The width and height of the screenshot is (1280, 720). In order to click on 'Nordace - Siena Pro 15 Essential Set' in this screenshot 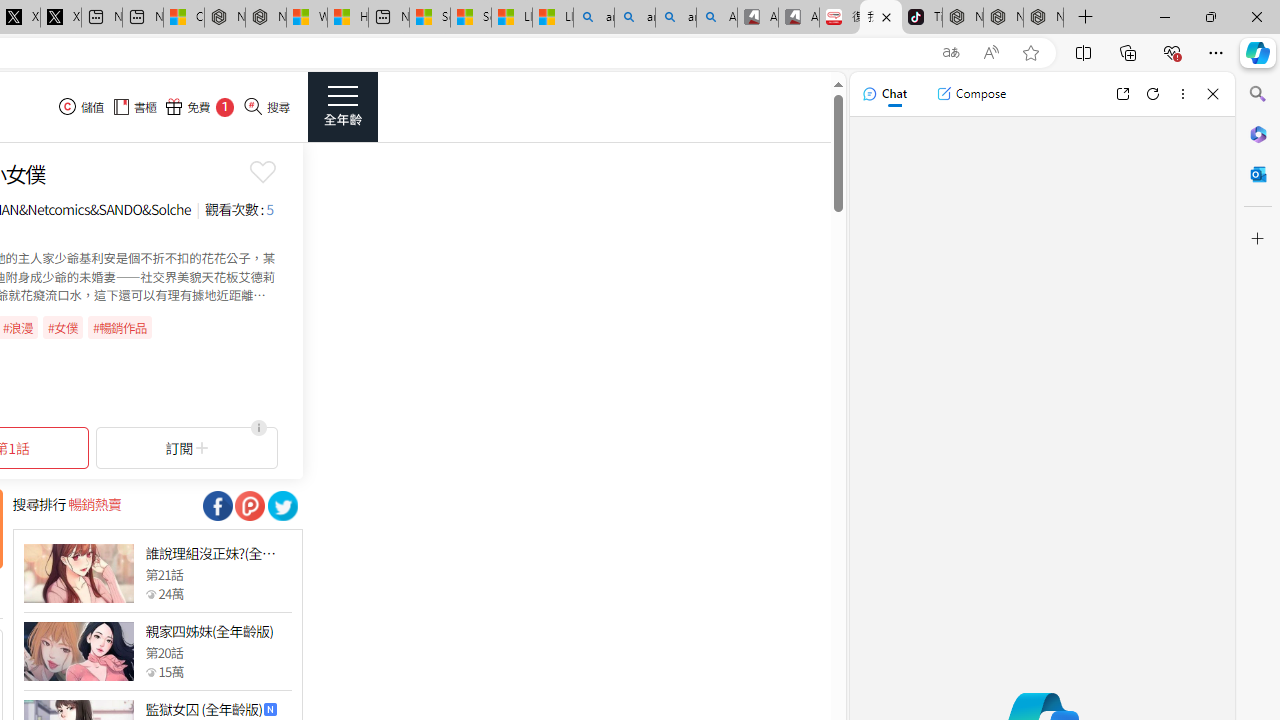, I will do `click(1042, 17)`.